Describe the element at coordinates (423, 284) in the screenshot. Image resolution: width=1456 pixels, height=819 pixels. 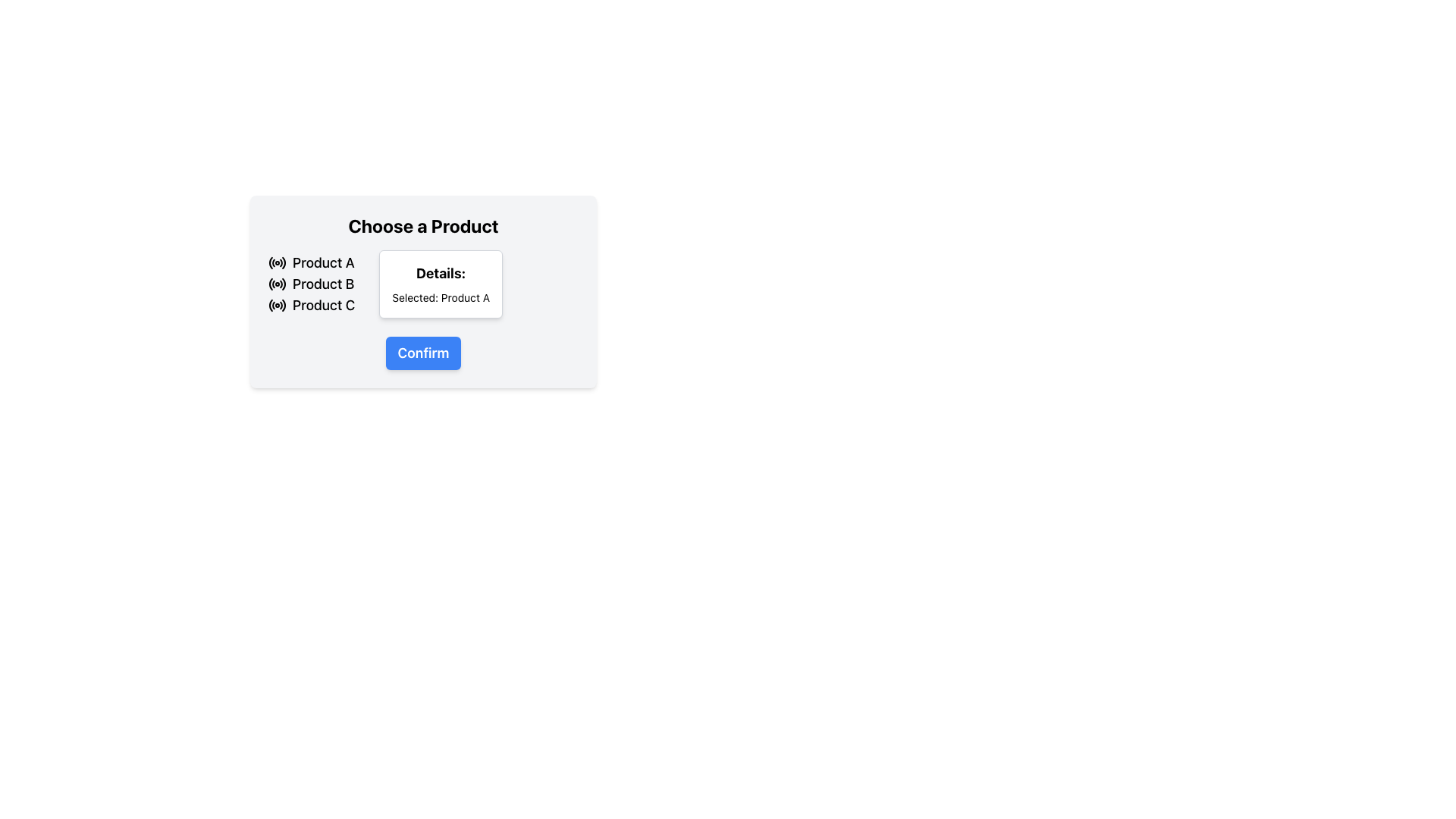
I see `displayed information from the informational display box titled 'Details' which shows 'Selected: Product A'` at that location.